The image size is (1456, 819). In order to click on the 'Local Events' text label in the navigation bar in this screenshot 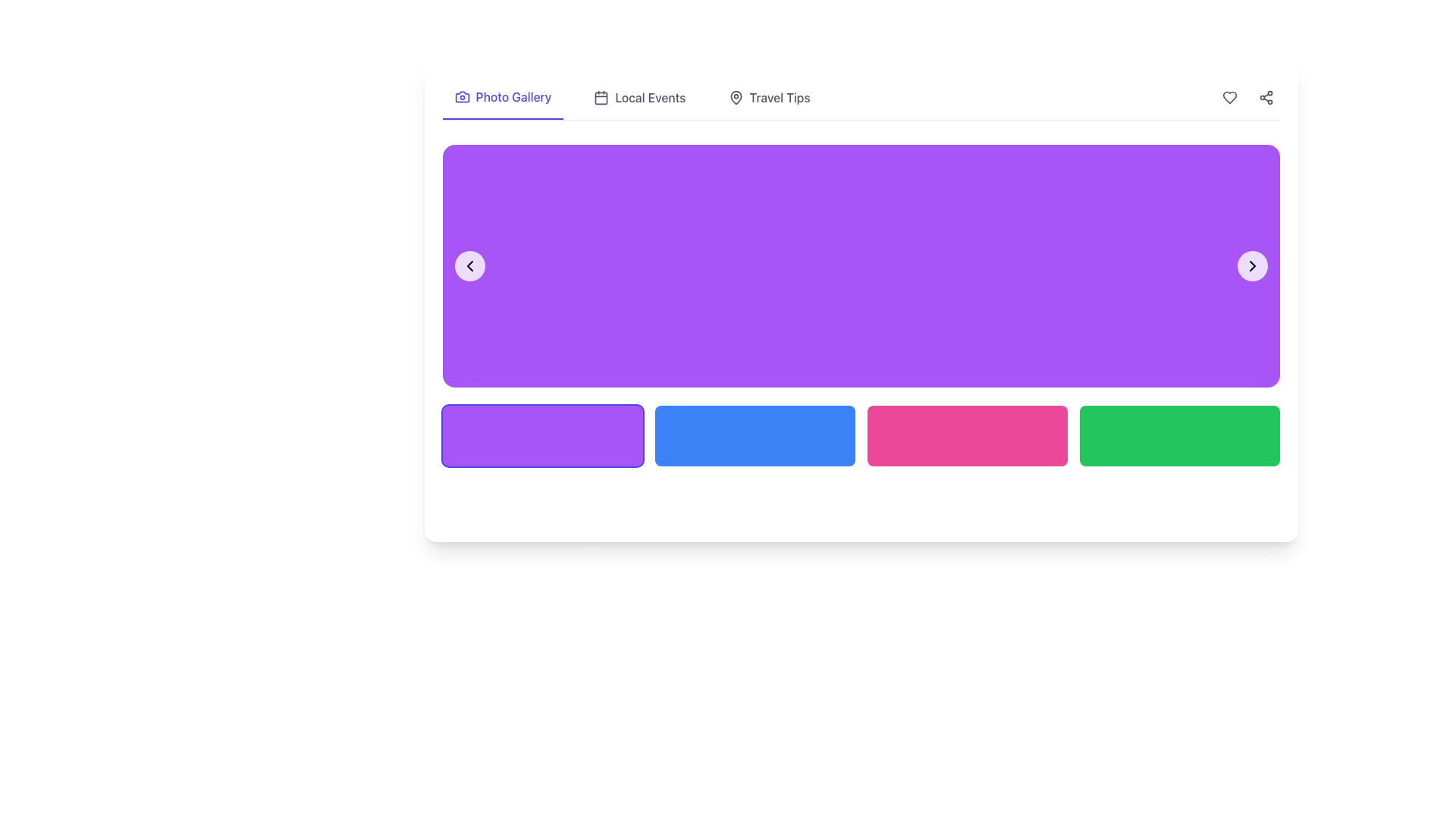, I will do `click(650, 97)`.